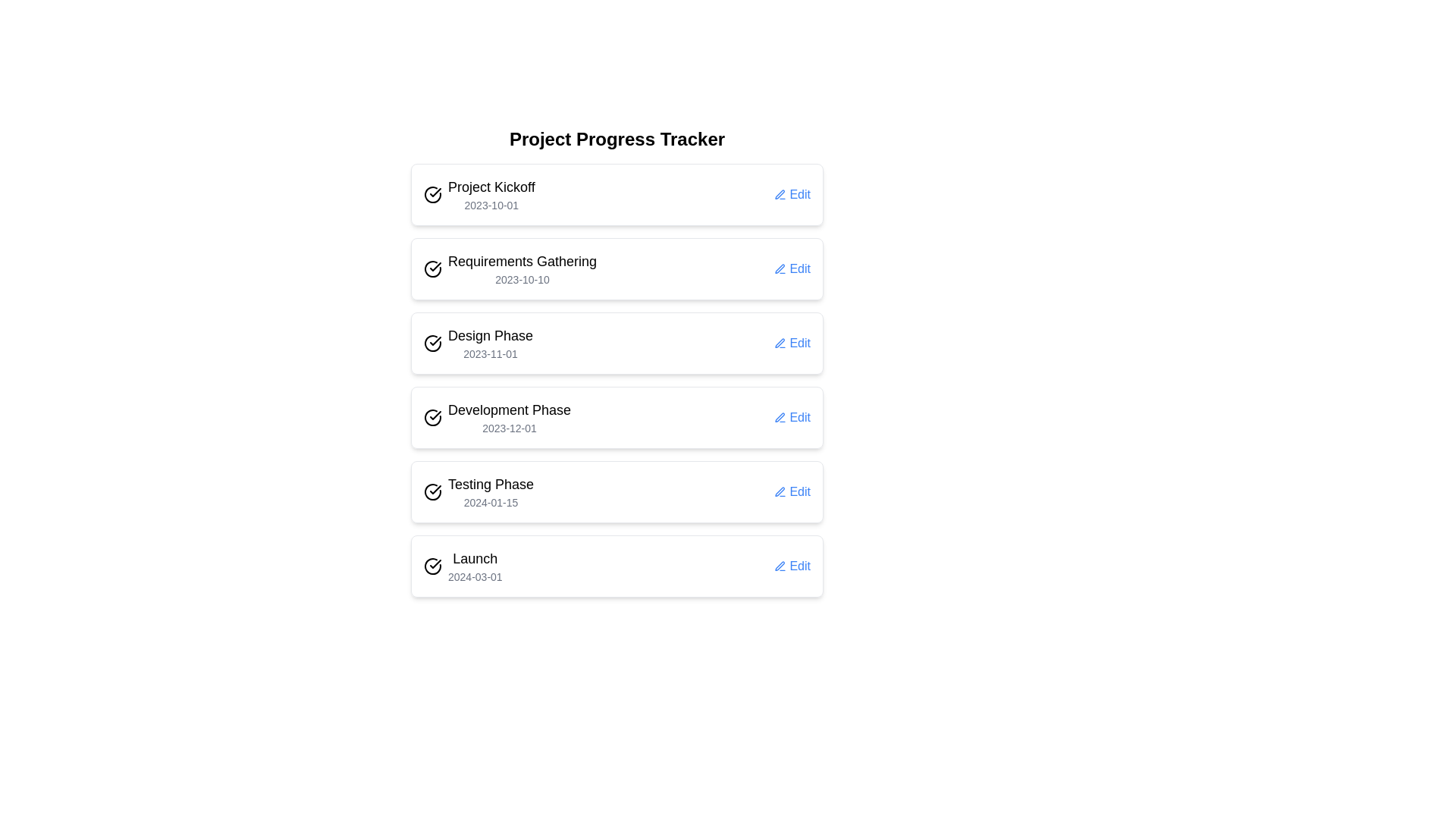 This screenshot has width=1456, height=819. I want to click on the 'Design Phase' text display component, which features 'Design Phase' in bold and '2023-11-01' in gray, so click(491, 343).